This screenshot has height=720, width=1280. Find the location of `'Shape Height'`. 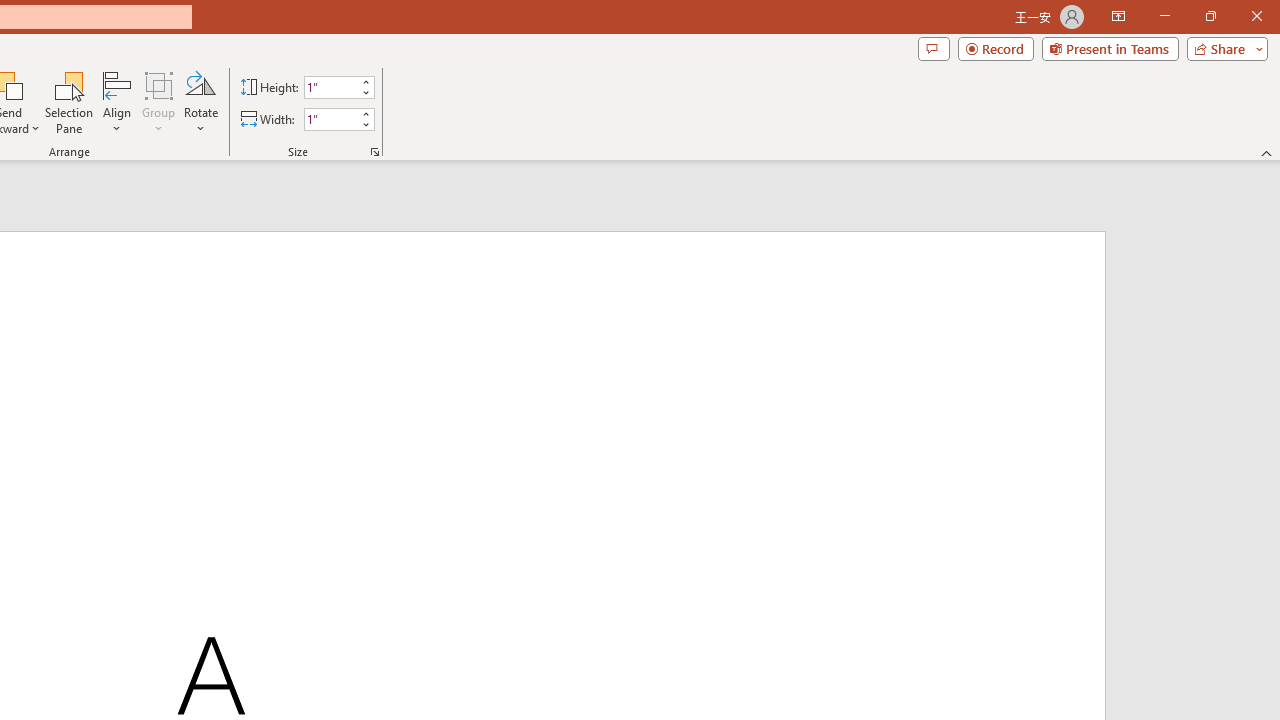

'Shape Height' is located at coordinates (330, 86).